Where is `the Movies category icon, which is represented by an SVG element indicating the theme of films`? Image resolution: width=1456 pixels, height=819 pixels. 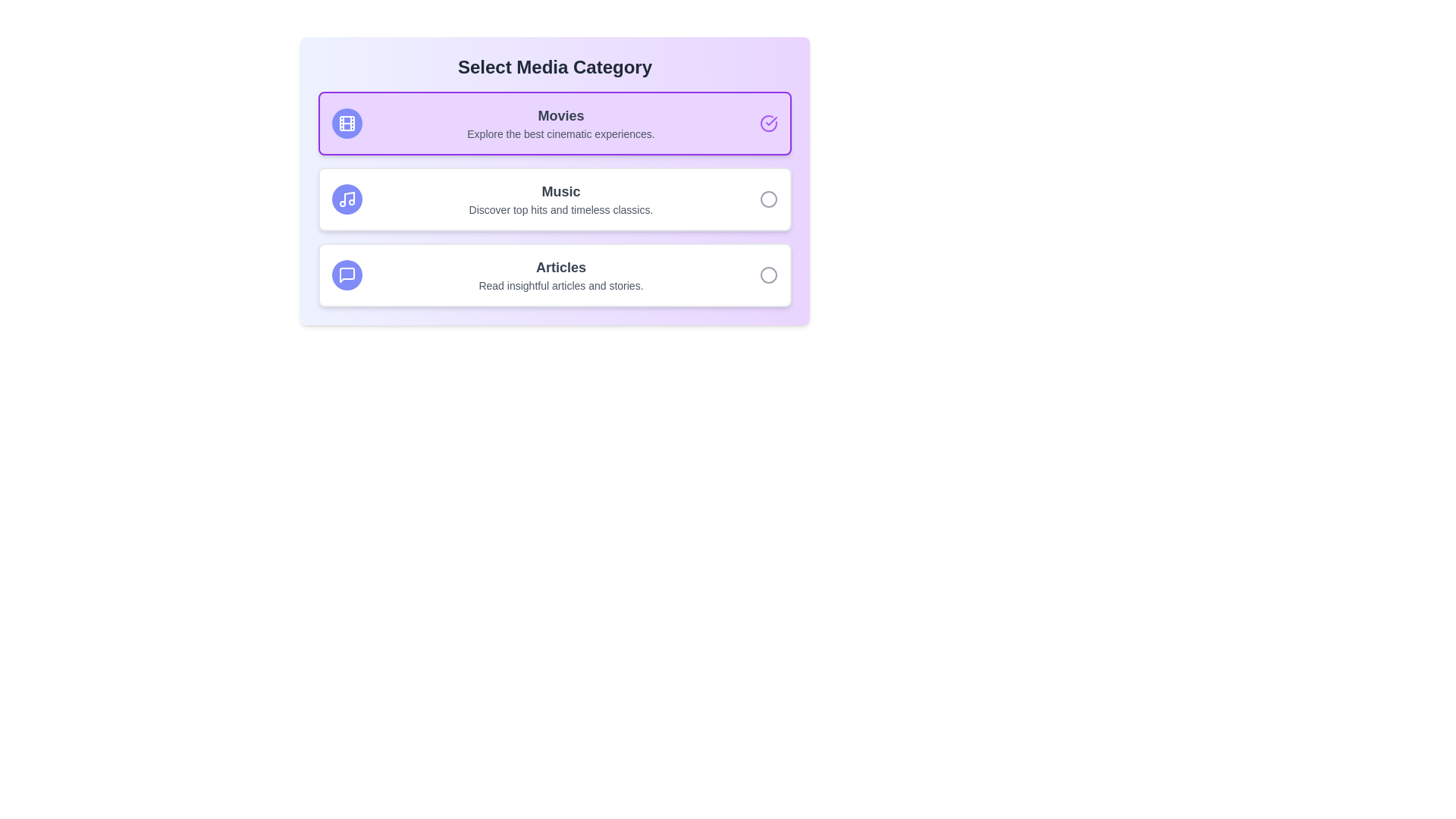
the Movies category icon, which is represented by an SVG element indicating the theme of films is located at coordinates (346, 122).